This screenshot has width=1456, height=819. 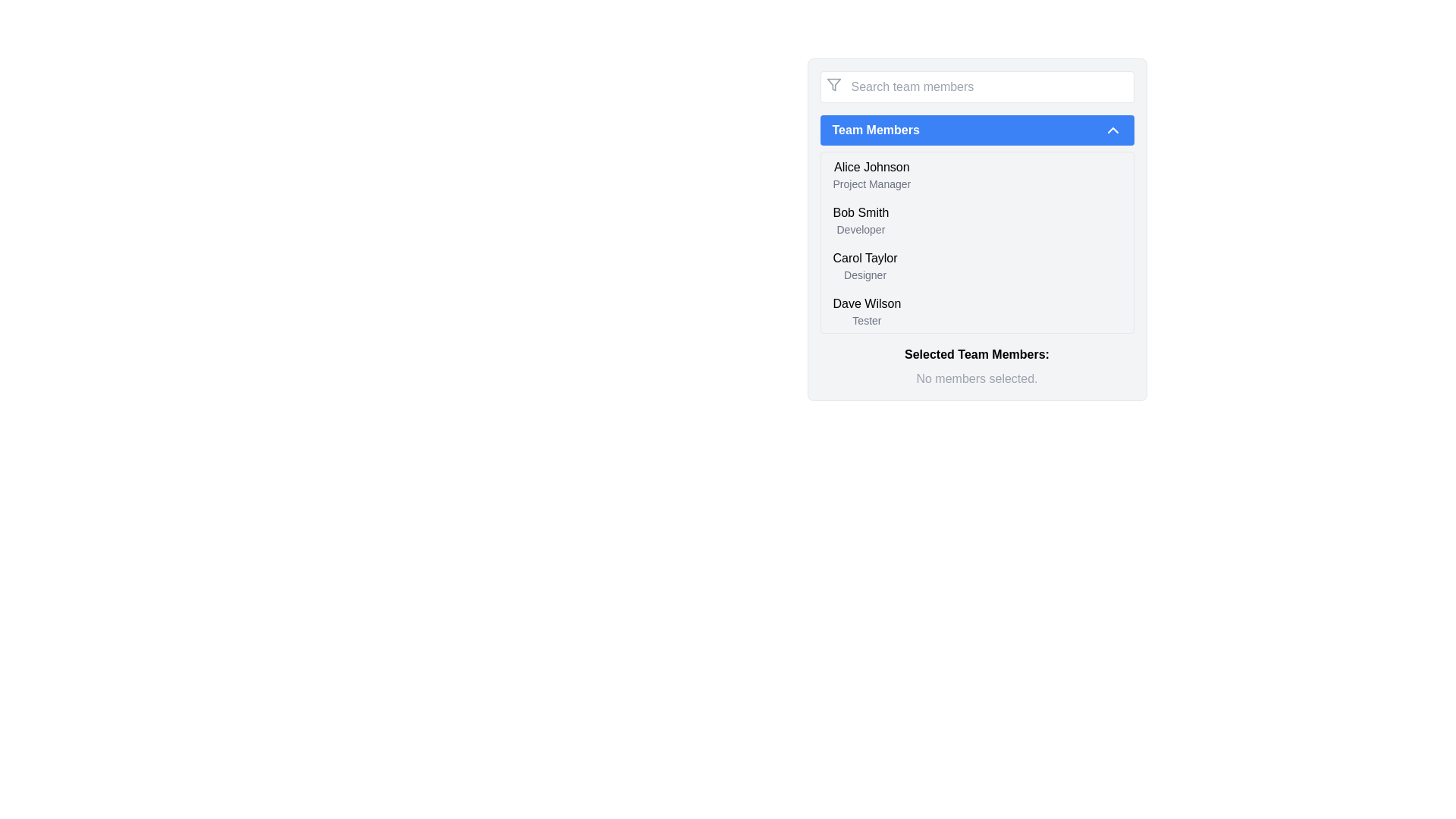 I want to click on the Text Label indicating that no team members have been selected, which is positioned below the 'Selected Team Members:' text and centered horizontally in the team member selection area, so click(x=977, y=378).